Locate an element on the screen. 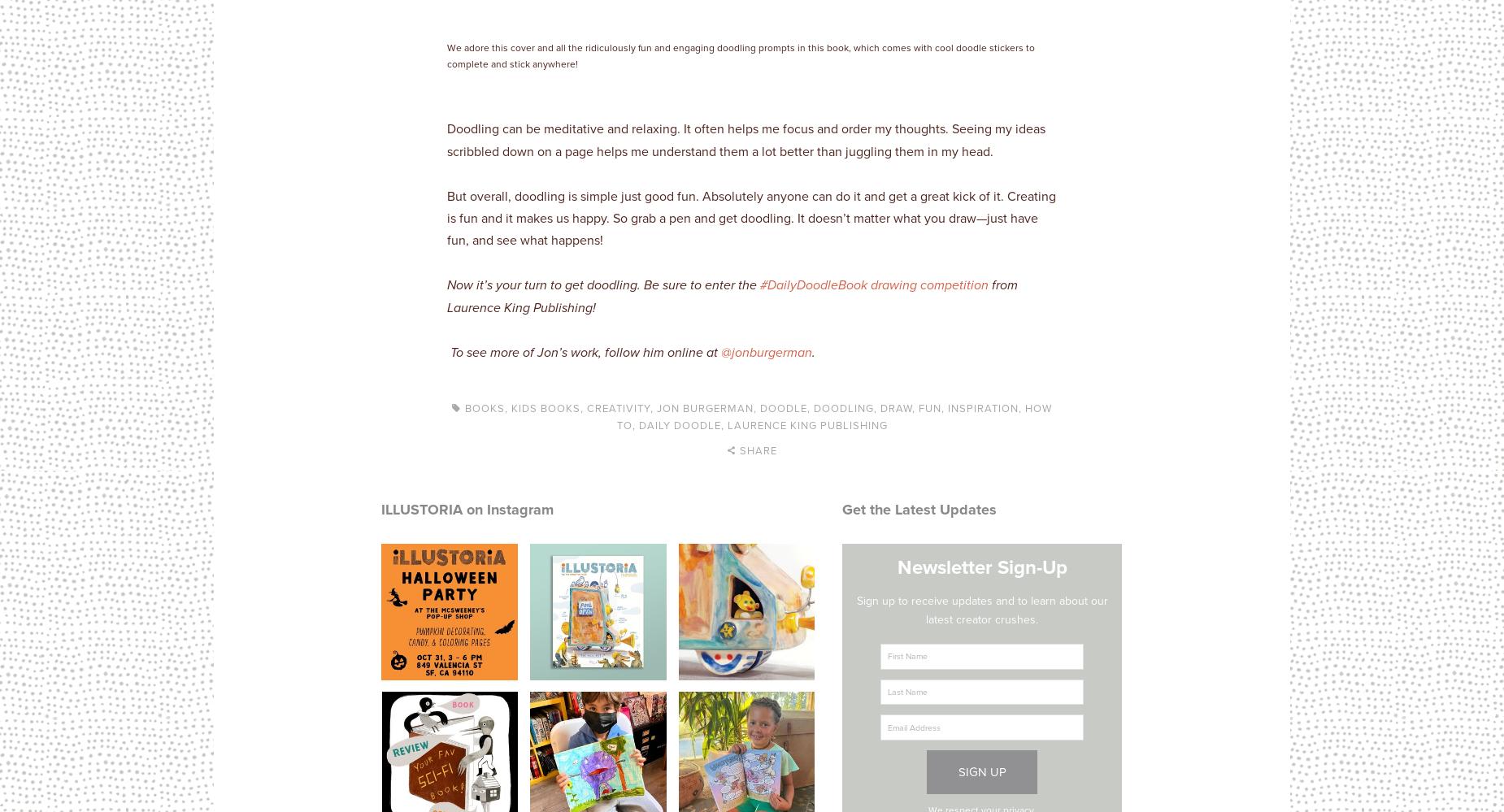  'Newsletter Sign-Up' is located at coordinates (980, 567).